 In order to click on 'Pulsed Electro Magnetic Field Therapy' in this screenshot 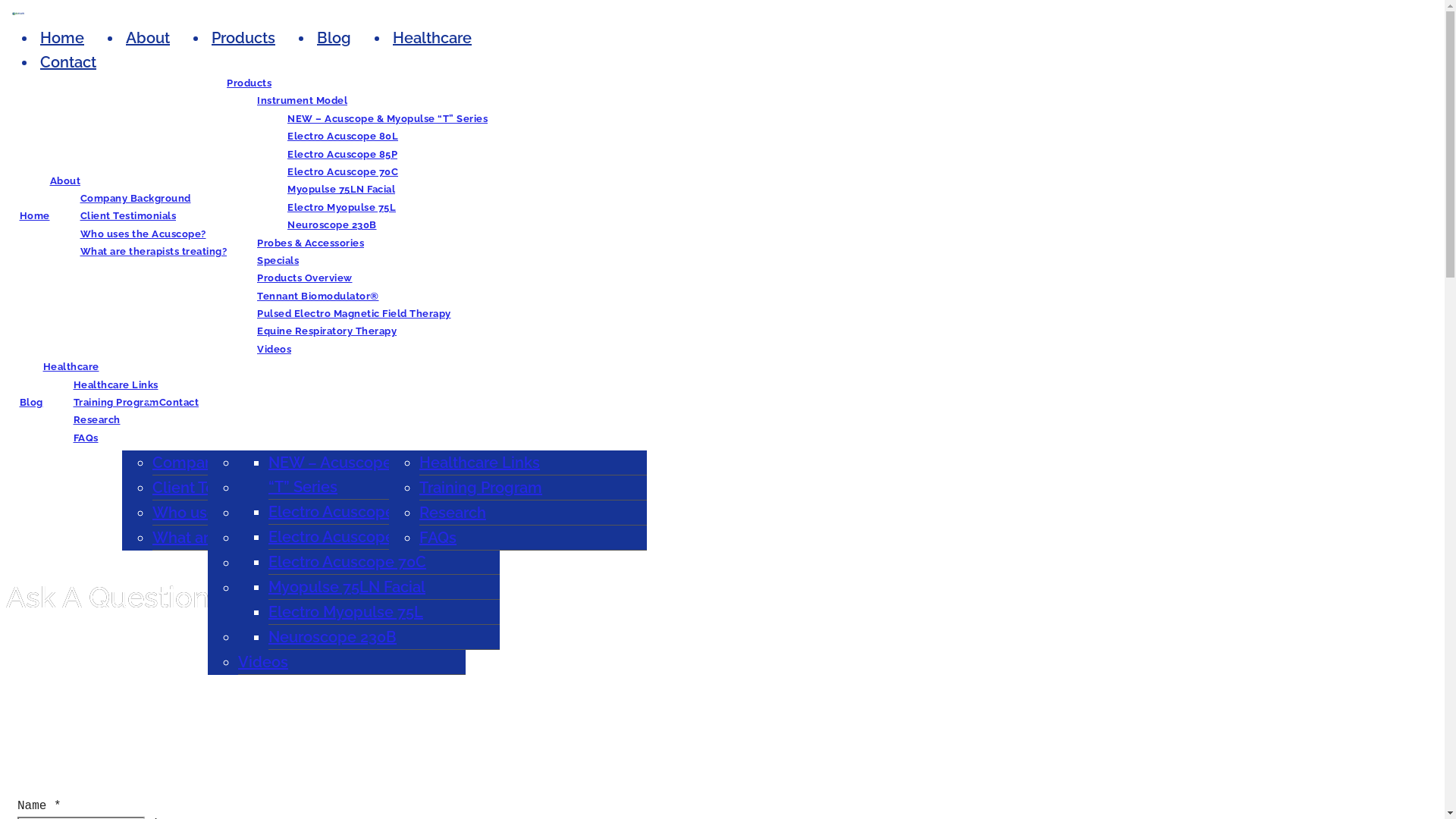, I will do `click(353, 312)`.